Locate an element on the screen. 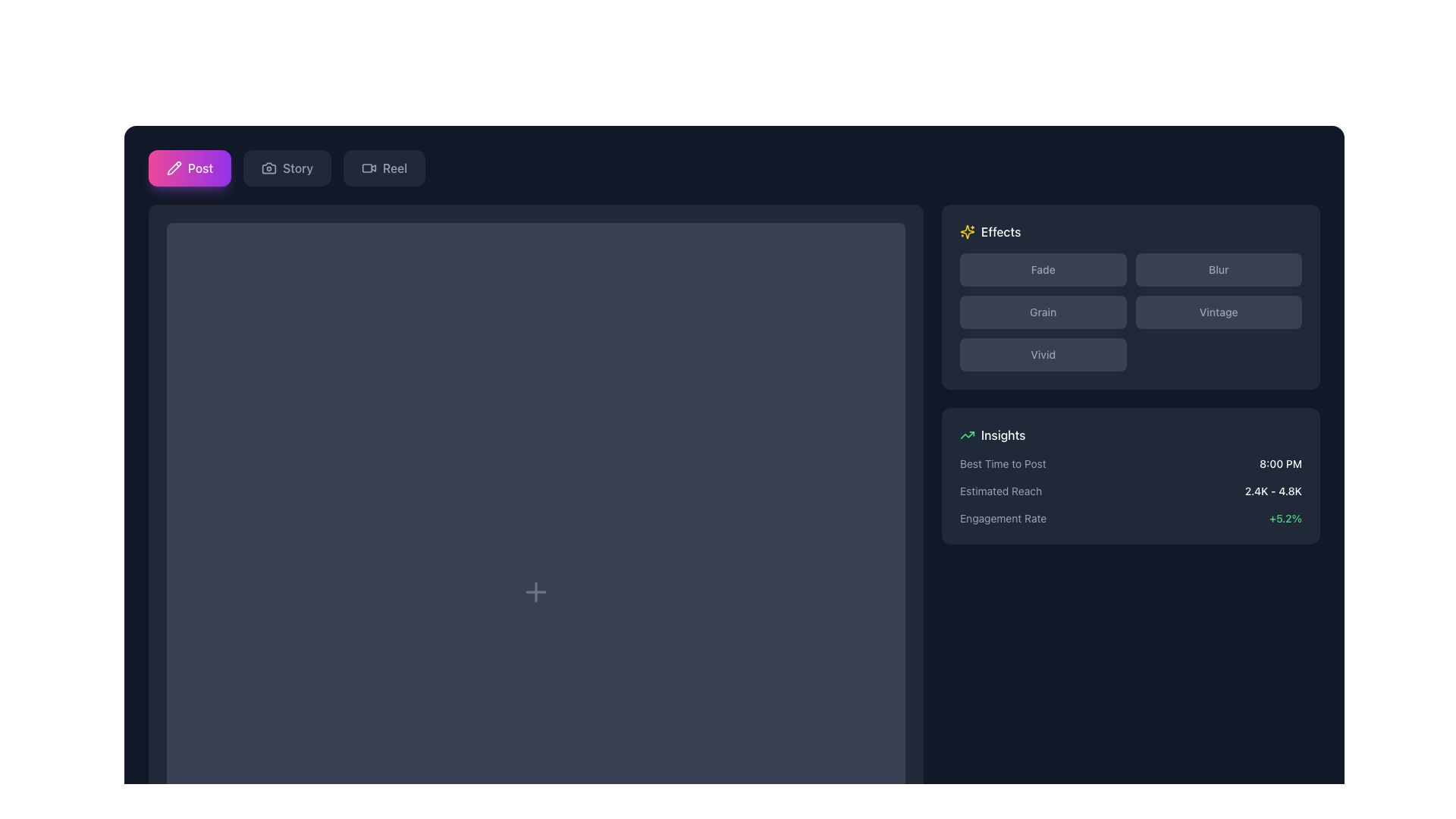  the 'Story' button, which is the second button in the navigation bar is located at coordinates (287, 168).